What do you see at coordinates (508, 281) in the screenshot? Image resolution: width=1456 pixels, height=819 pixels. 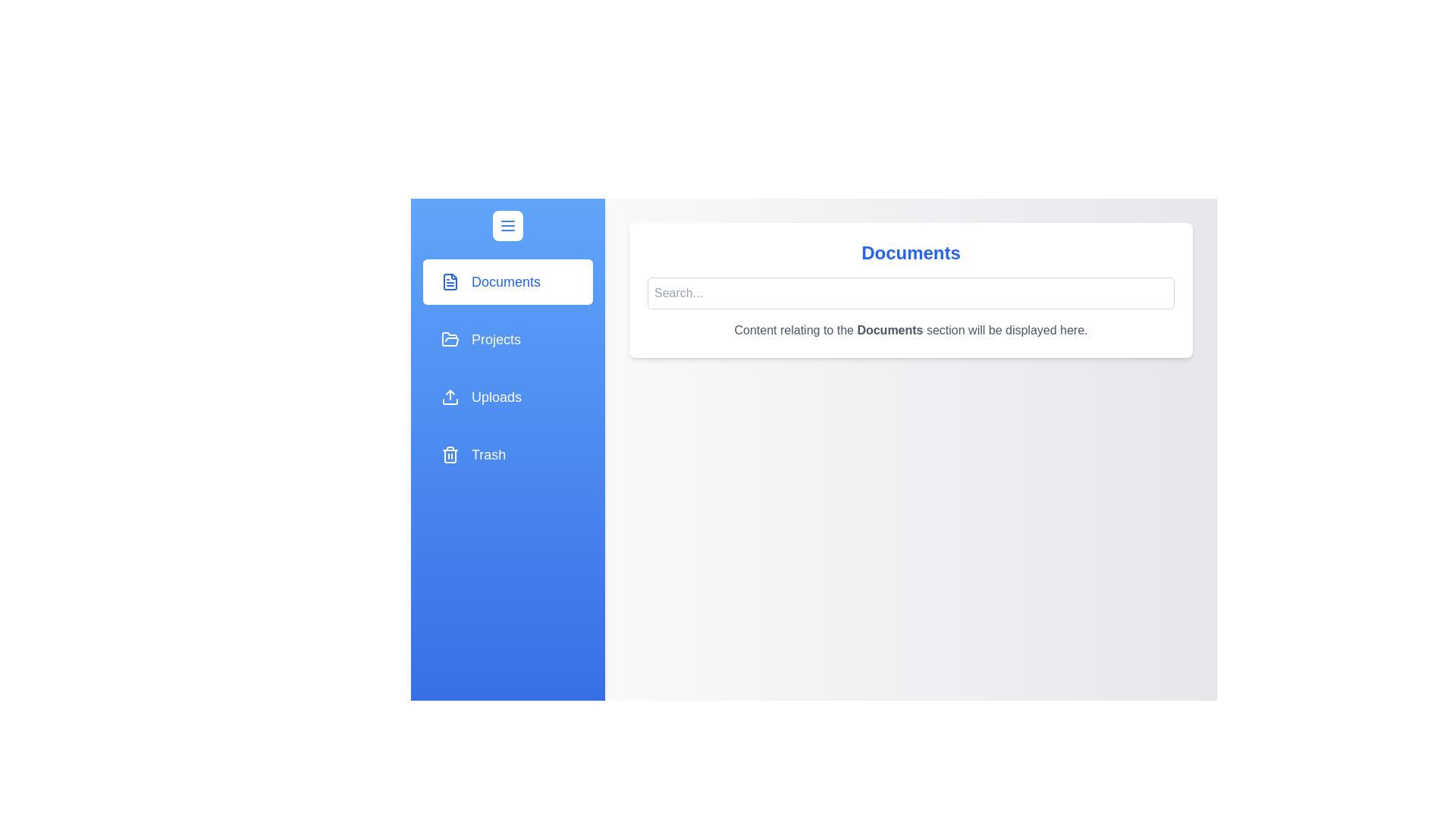 I see `the section Documents from the list` at bounding box center [508, 281].